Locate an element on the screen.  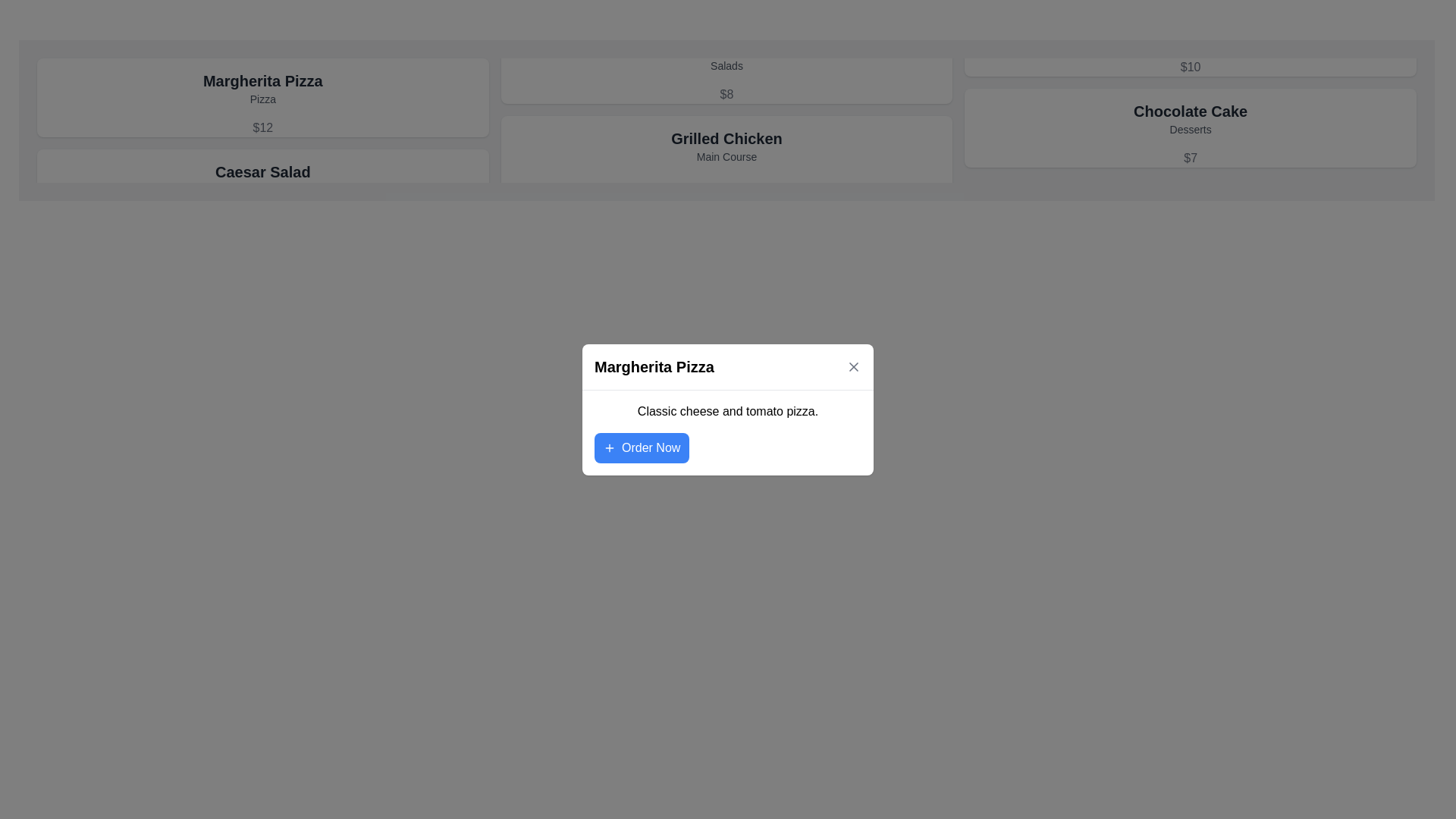
the descriptive text label for the 'Margherita Pizza' is located at coordinates (262, 99).